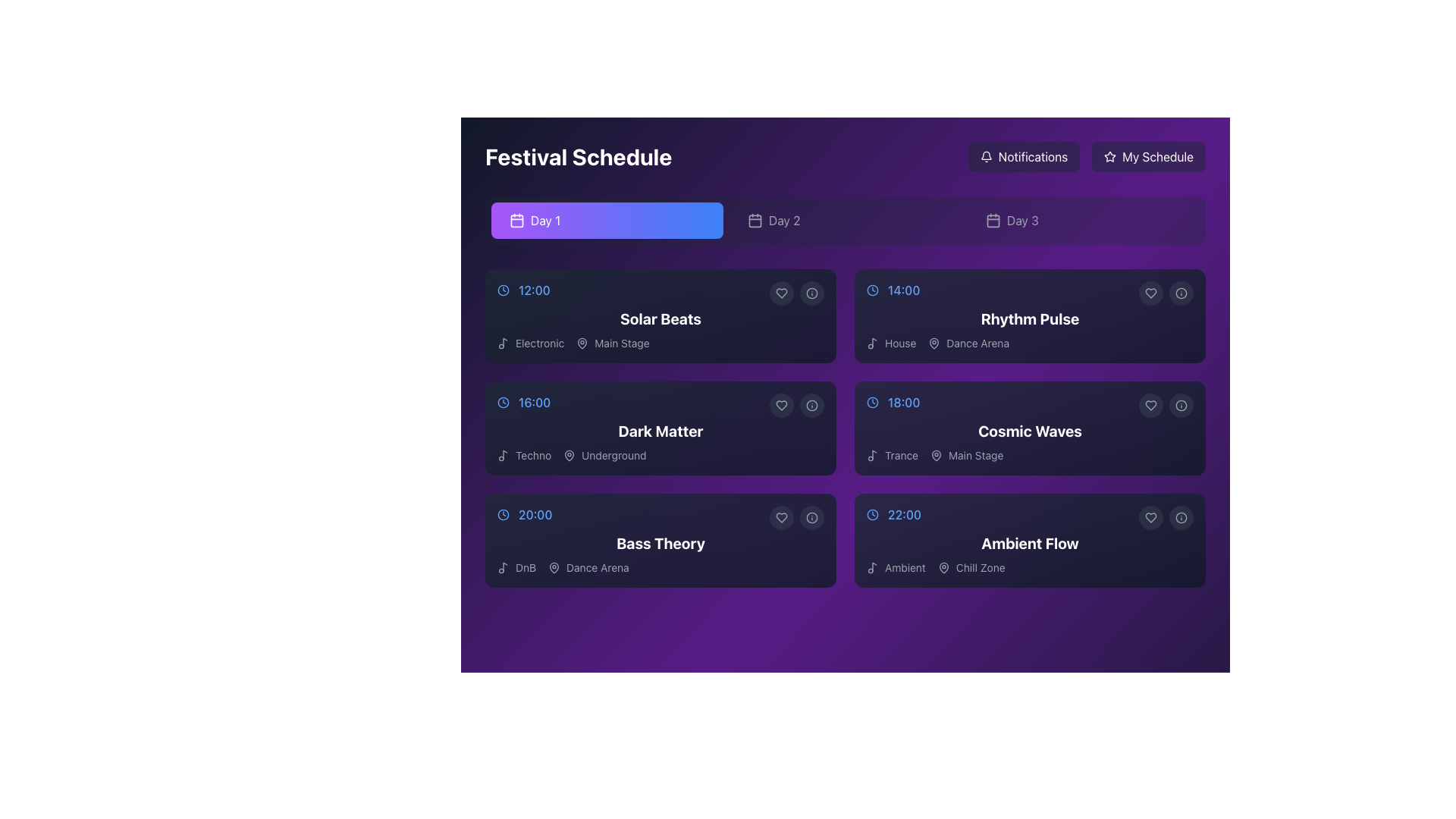  Describe the element at coordinates (873, 290) in the screenshot. I see `the outer circular part of the clock icon for 'Rhythm Pulse' at time '14:00', located in the second block of the first row` at that location.